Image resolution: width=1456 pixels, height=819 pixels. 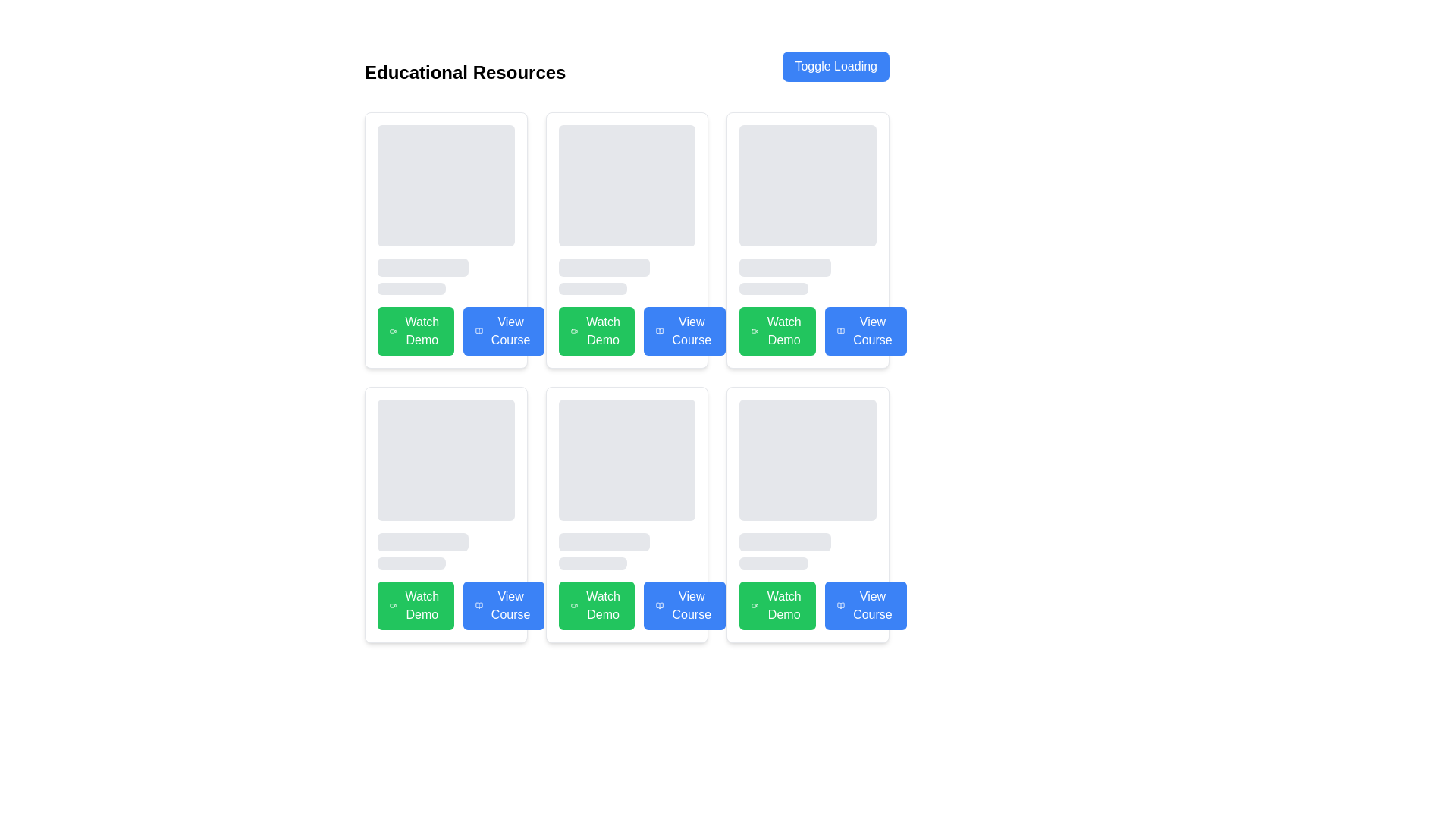 What do you see at coordinates (773, 563) in the screenshot?
I see `the Placeholder element (skeleton loader) located at the bottom of the second card from the right in the bottom row of a grid of cards` at bounding box center [773, 563].